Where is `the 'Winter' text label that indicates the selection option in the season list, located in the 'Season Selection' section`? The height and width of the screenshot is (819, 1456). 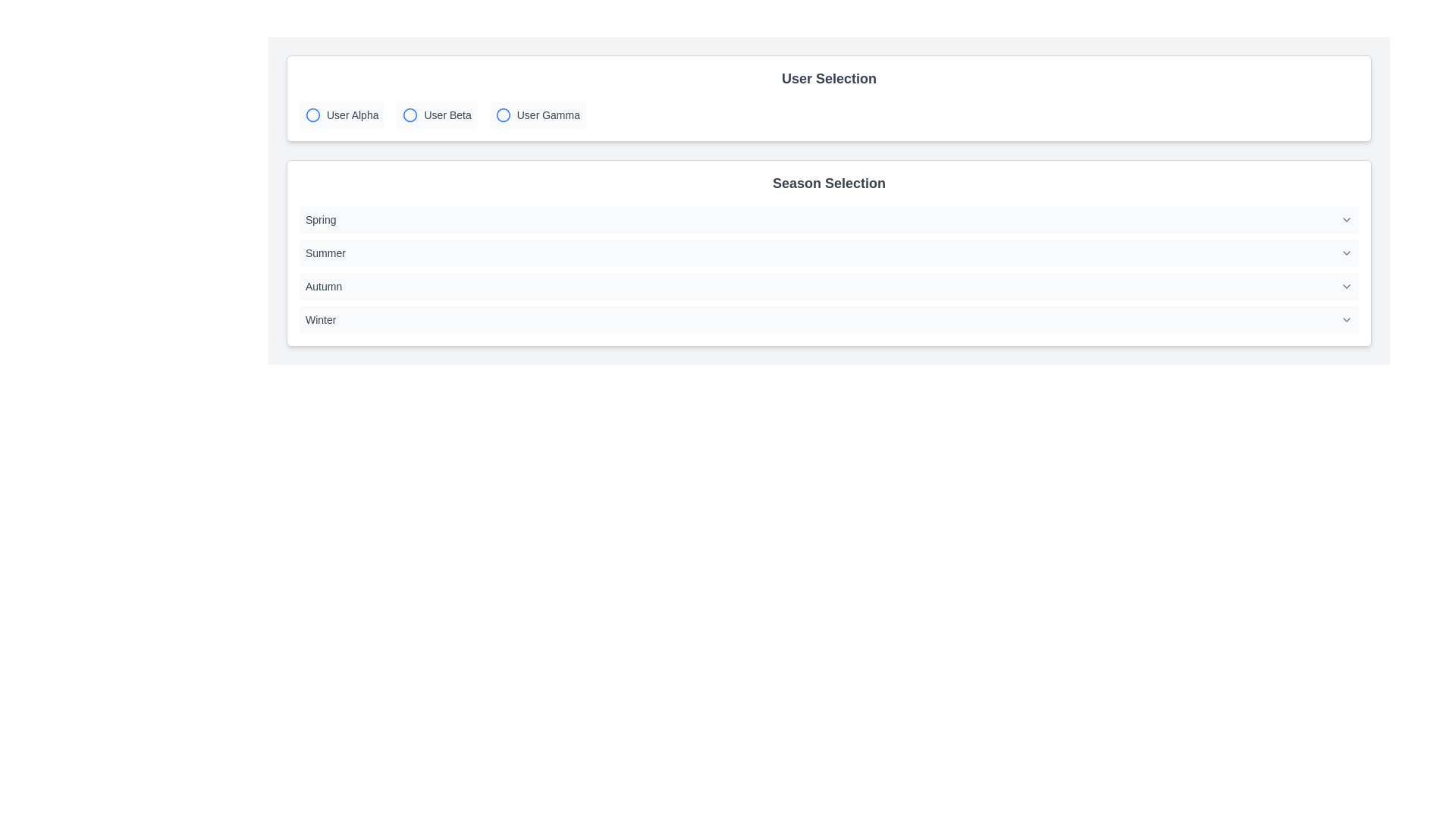
the 'Winter' text label that indicates the selection option in the season list, located in the 'Season Selection' section is located at coordinates (320, 318).